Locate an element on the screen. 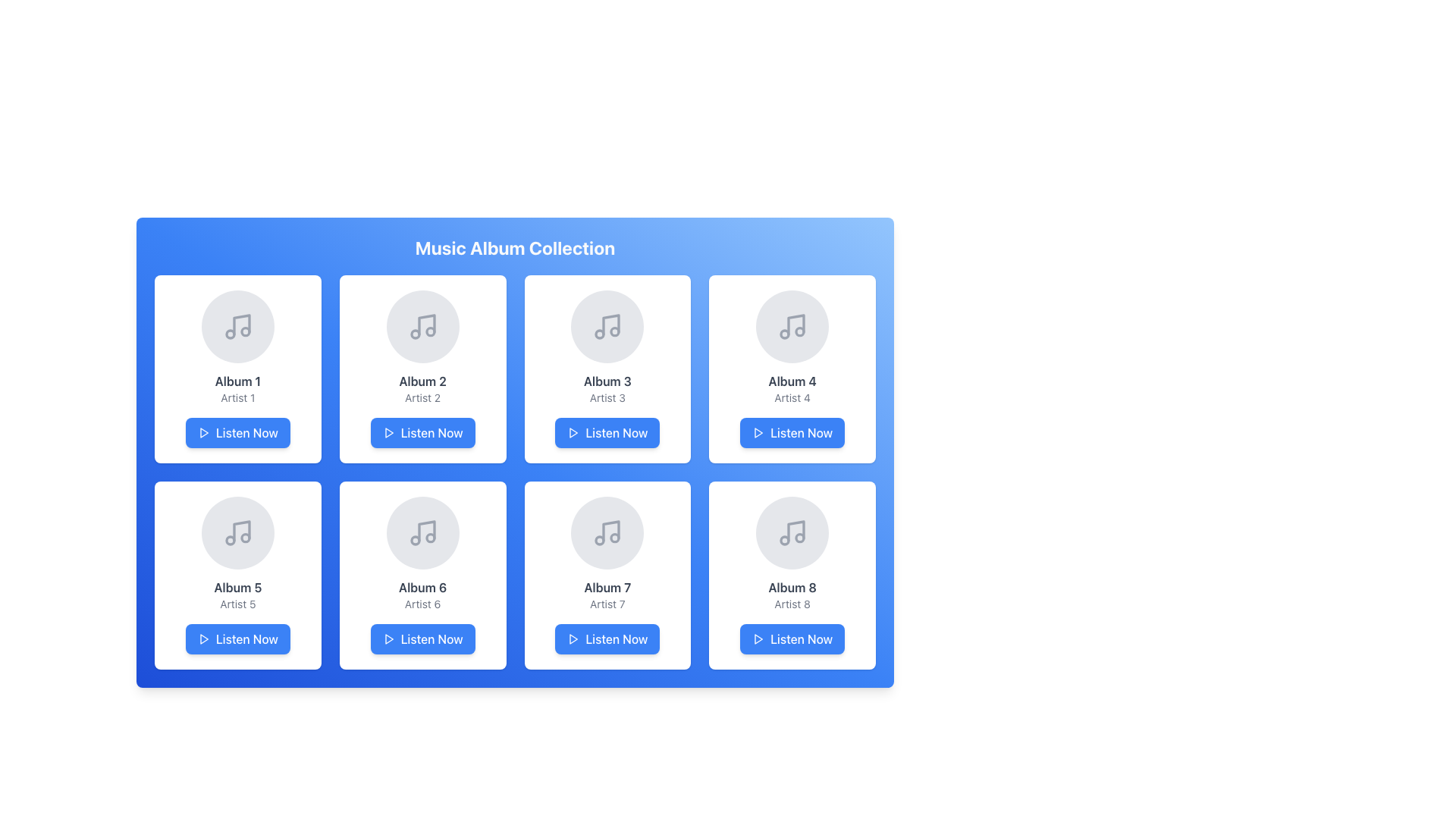 This screenshot has height=819, width=1456. text displayed in the non-interactive label showing the artist's name located below 'Album 7' and above the 'Listen Now' button is located at coordinates (607, 604).